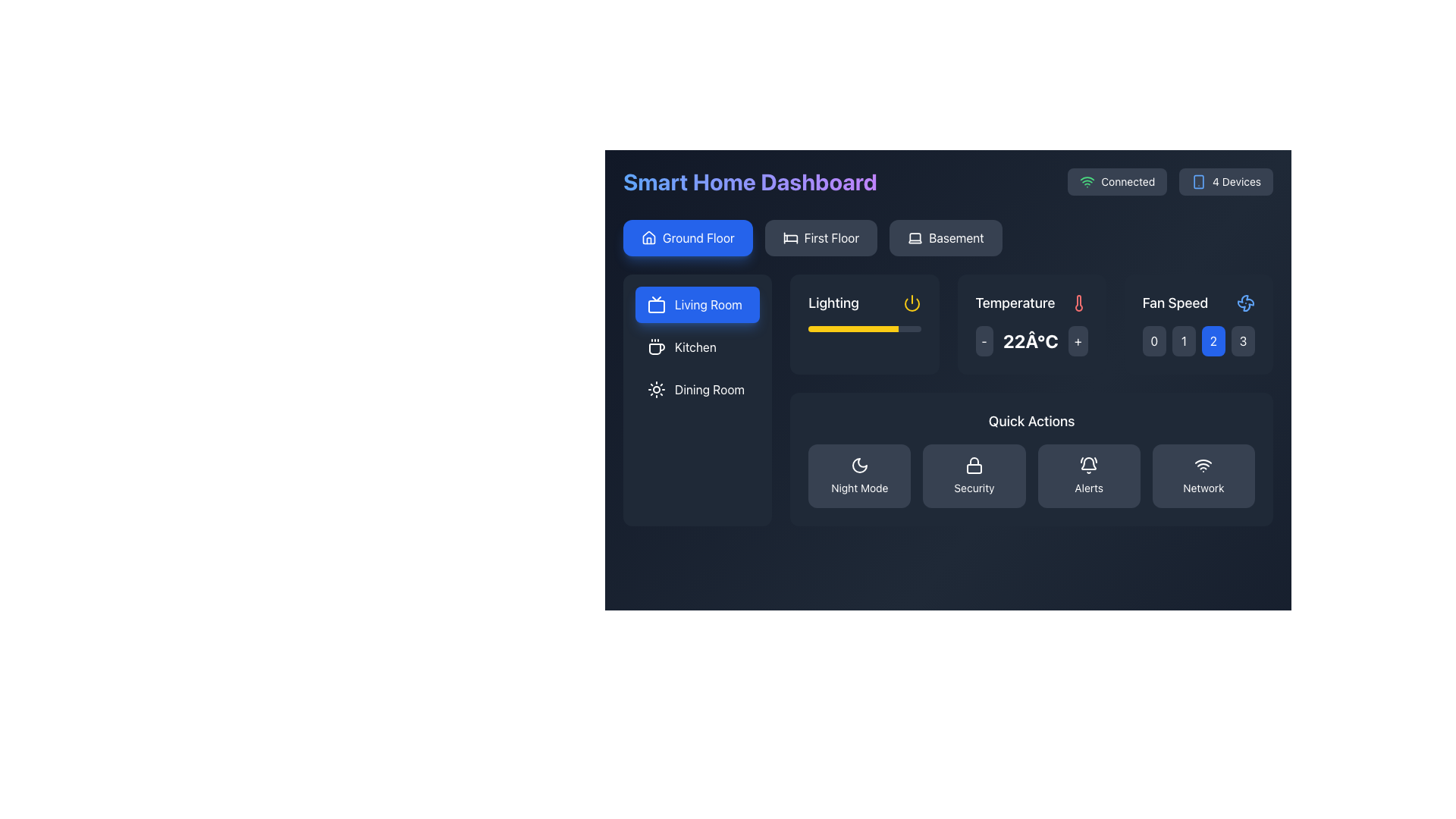 The height and width of the screenshot is (819, 1456). I want to click on the '+' button located at the far right of the temperature control panel to observe the styling change, so click(1077, 341).